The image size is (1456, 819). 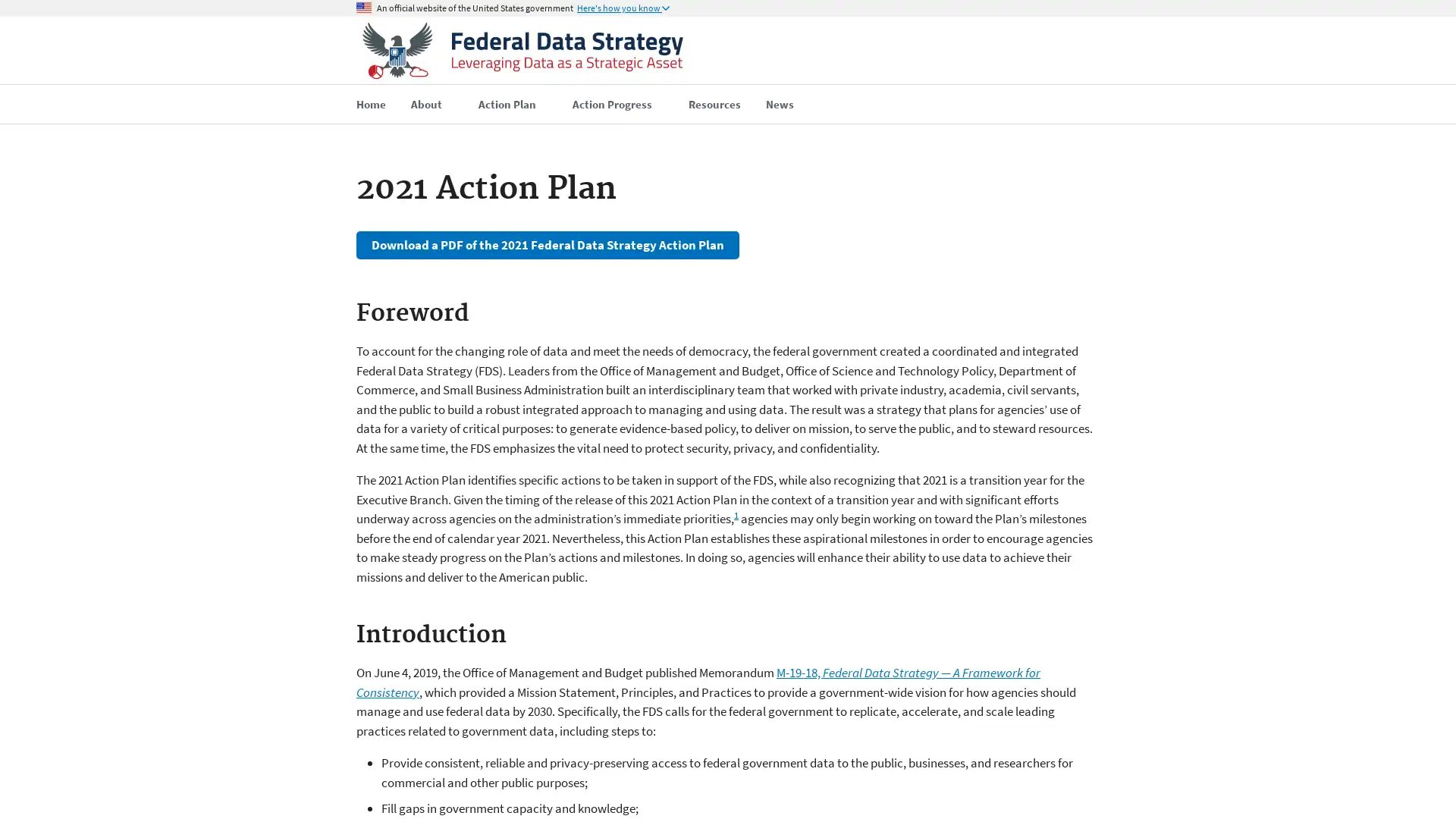 I want to click on Here's how you know, so click(x=623, y=8).